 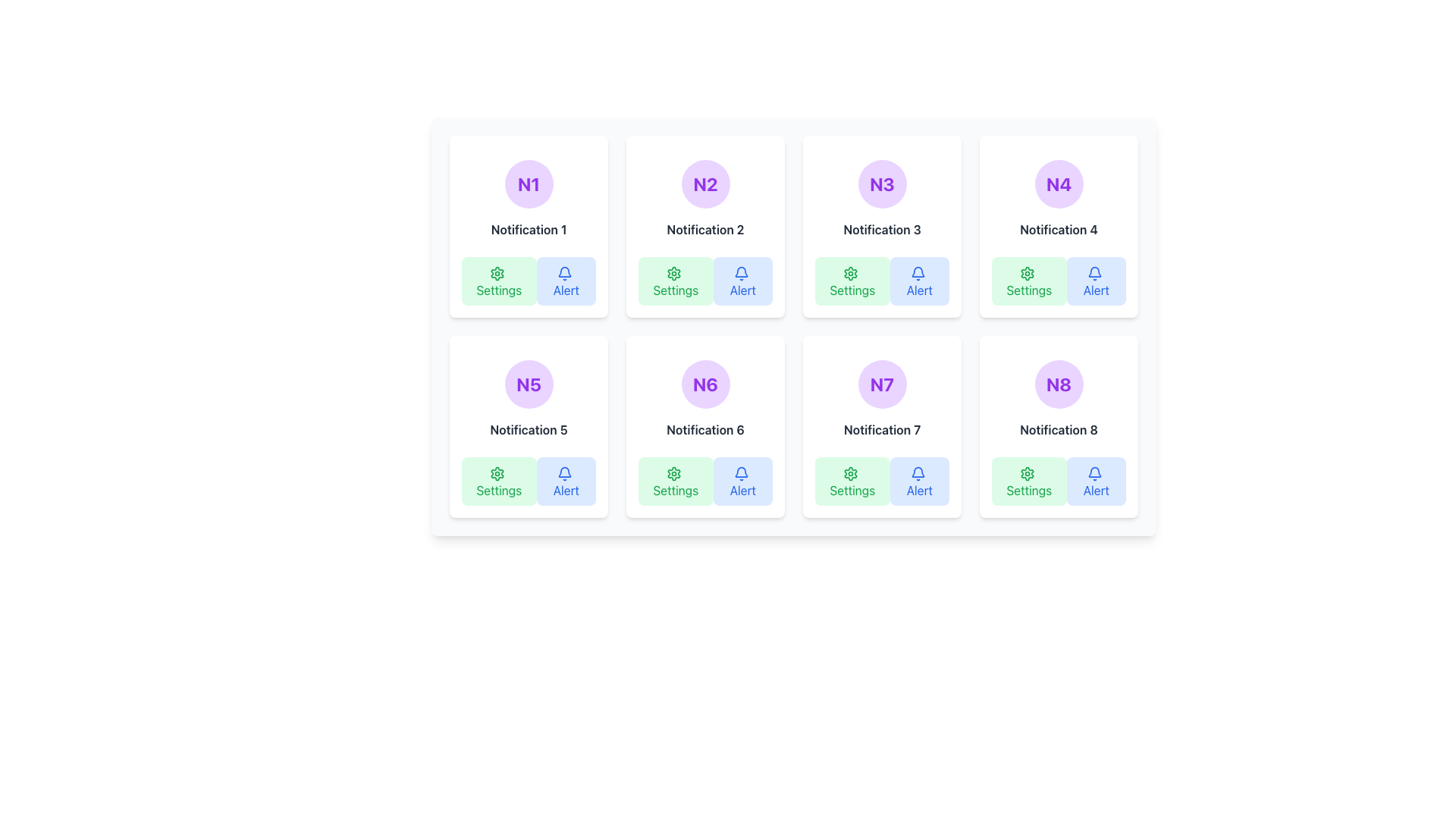 What do you see at coordinates (529, 383) in the screenshot?
I see `the circular badge with a violet background displaying 'N5', located in the second row and first column of the grid layout` at bounding box center [529, 383].